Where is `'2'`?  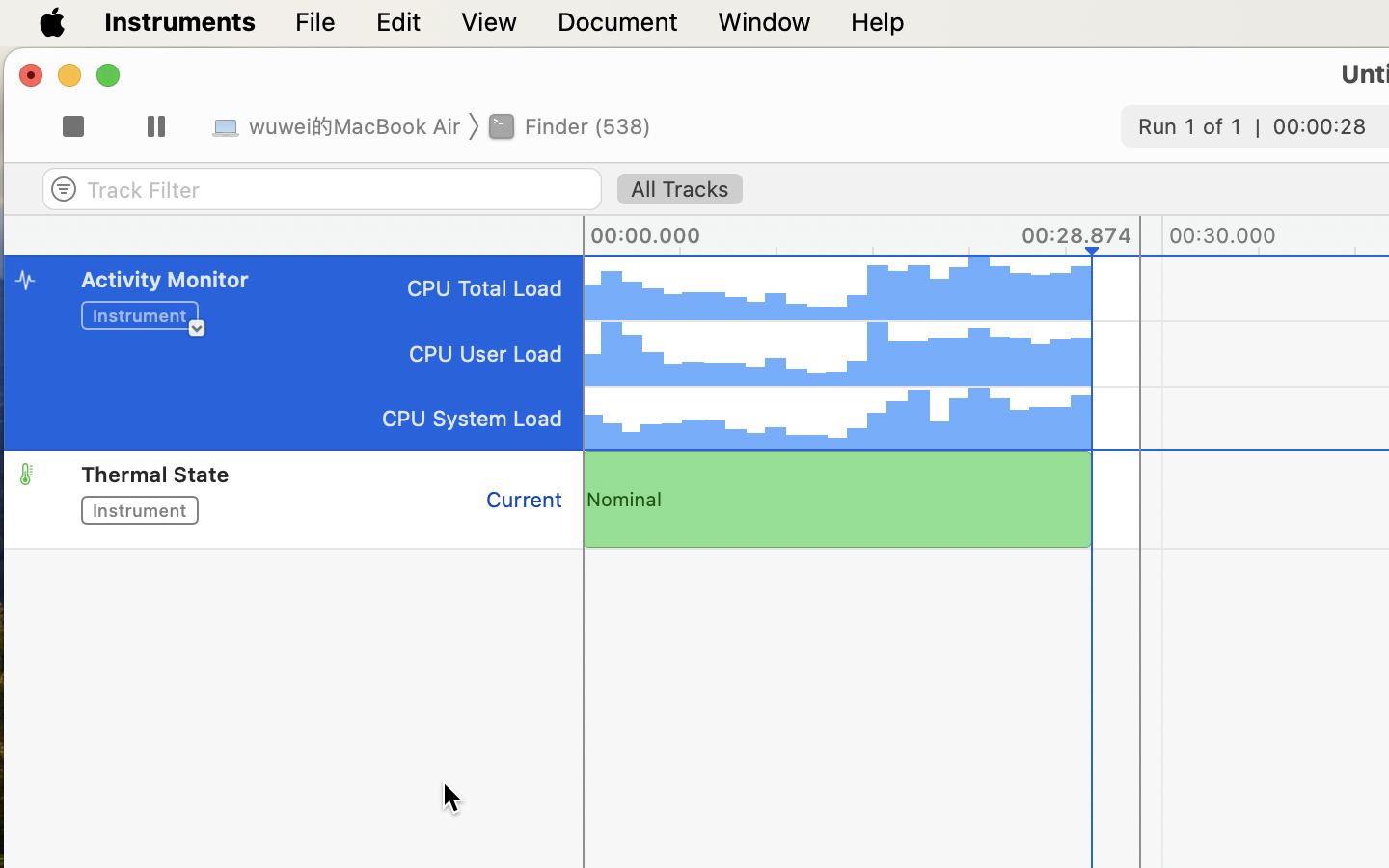 '2' is located at coordinates (73, 131).